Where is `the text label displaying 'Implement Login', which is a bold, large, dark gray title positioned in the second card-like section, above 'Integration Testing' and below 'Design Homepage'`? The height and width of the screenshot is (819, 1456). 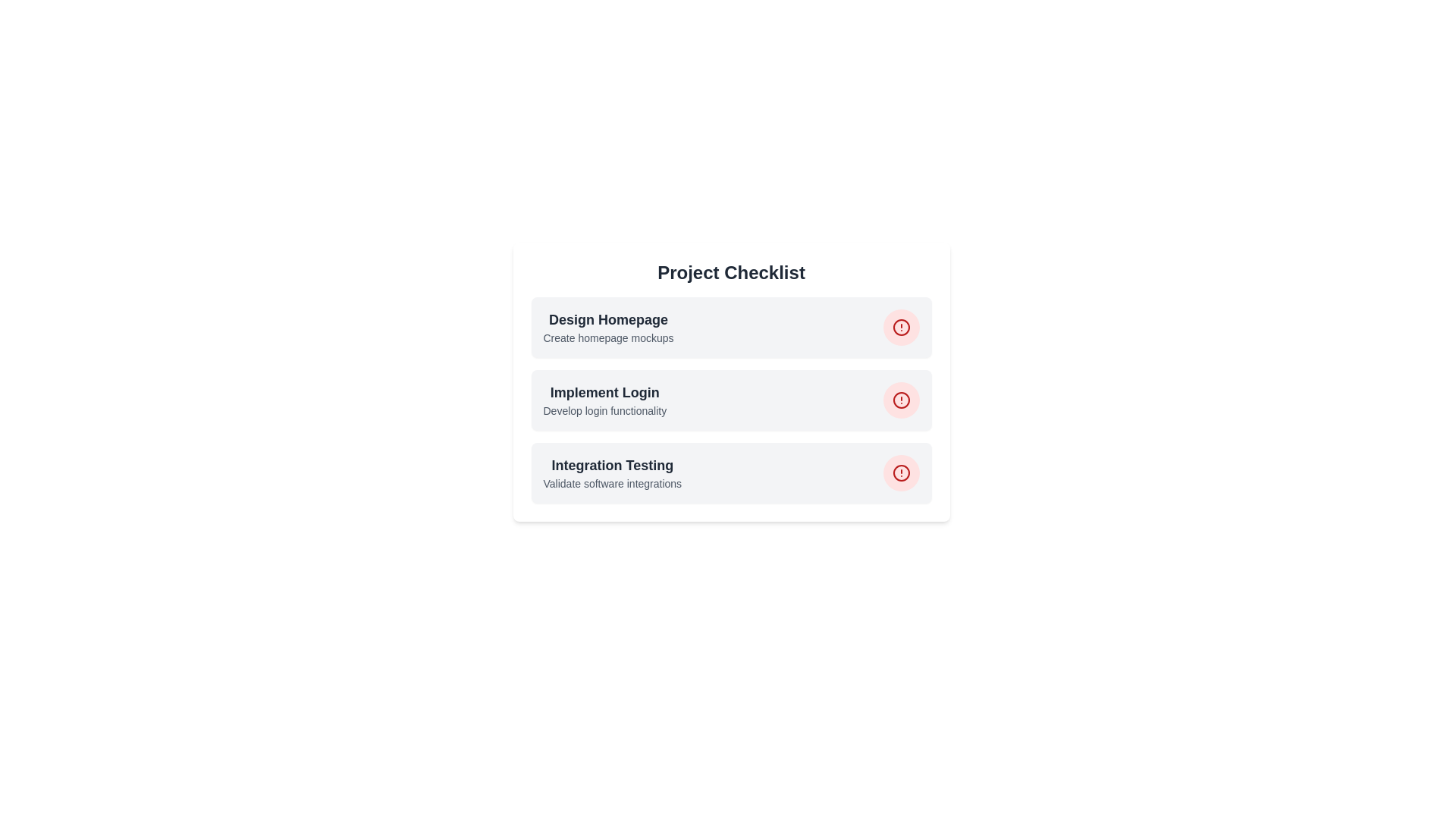 the text label displaying 'Implement Login', which is a bold, large, dark gray title positioned in the second card-like section, above 'Integration Testing' and below 'Design Homepage' is located at coordinates (604, 391).